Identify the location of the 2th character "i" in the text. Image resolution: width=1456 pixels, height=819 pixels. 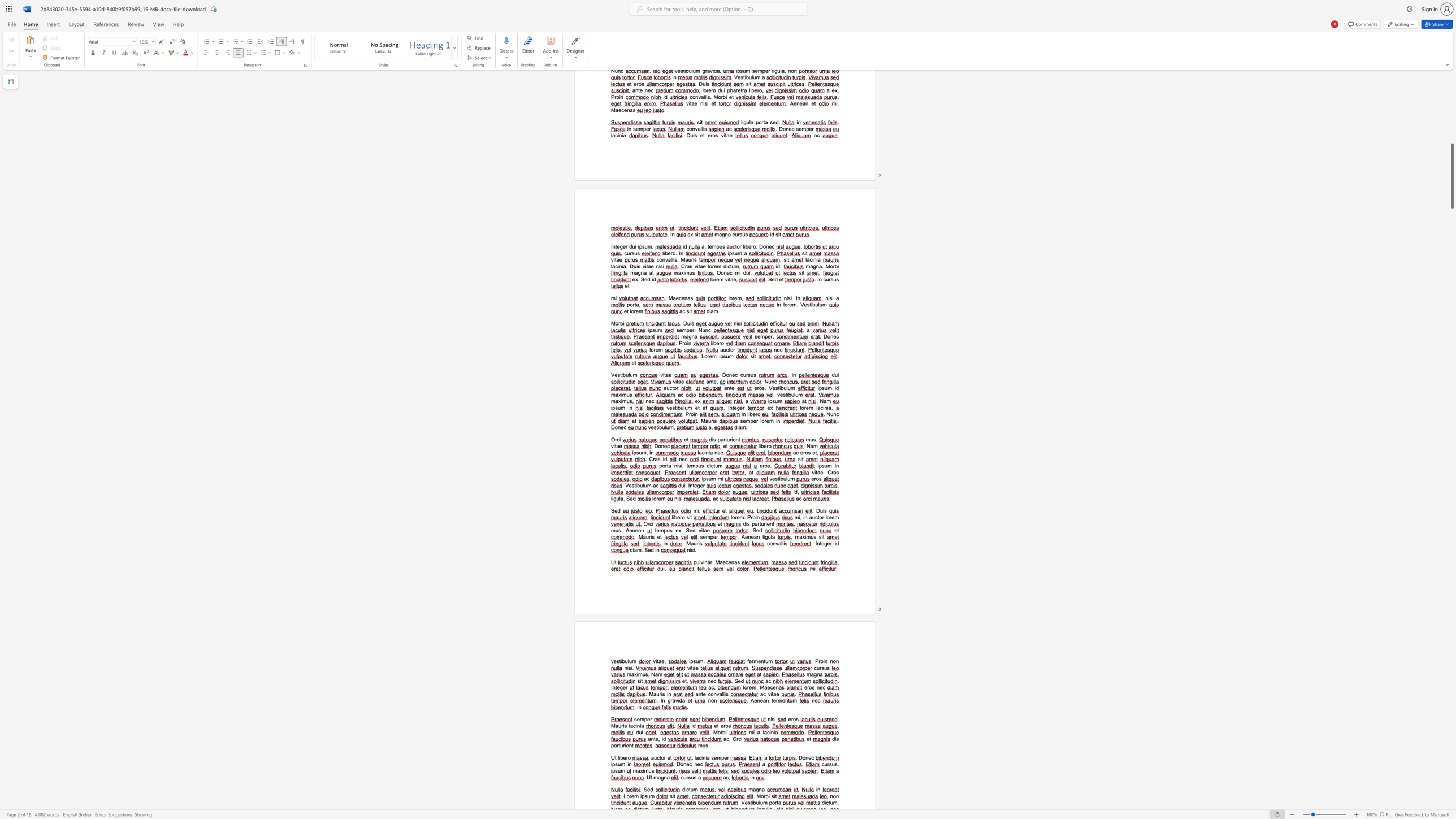
(821, 536).